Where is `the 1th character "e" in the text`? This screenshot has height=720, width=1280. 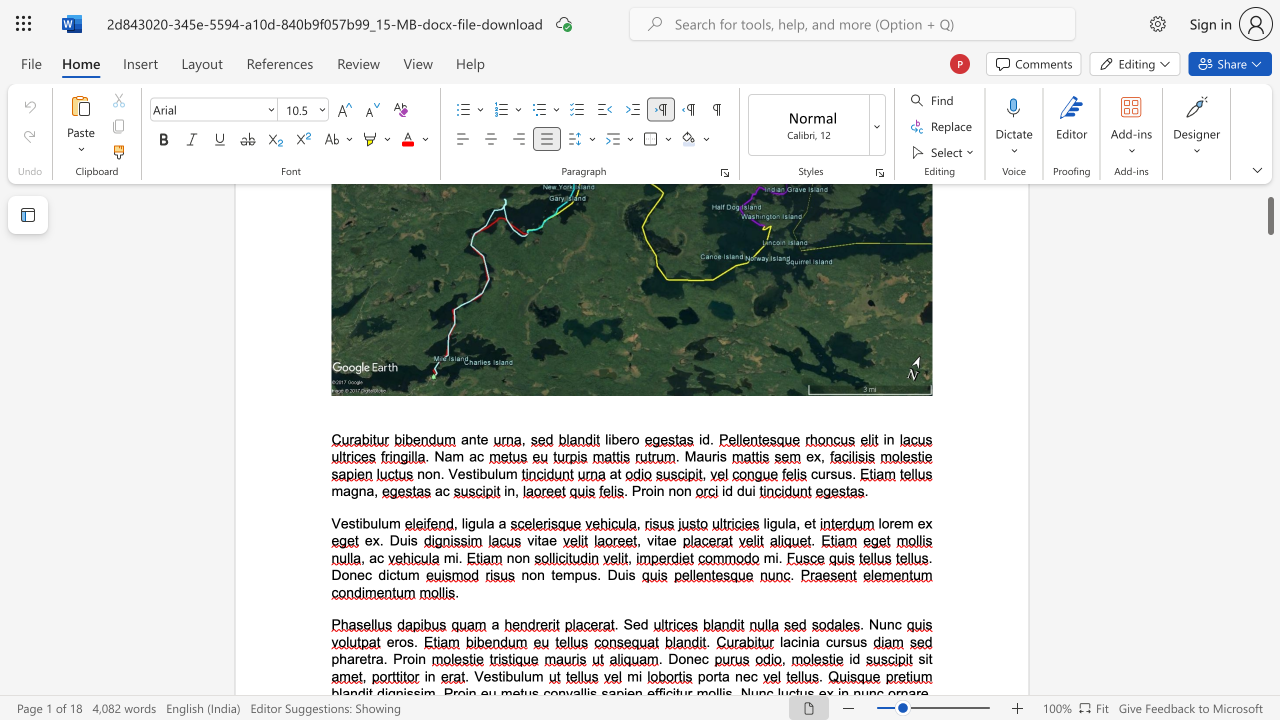 the 1th character "e" in the text is located at coordinates (559, 575).